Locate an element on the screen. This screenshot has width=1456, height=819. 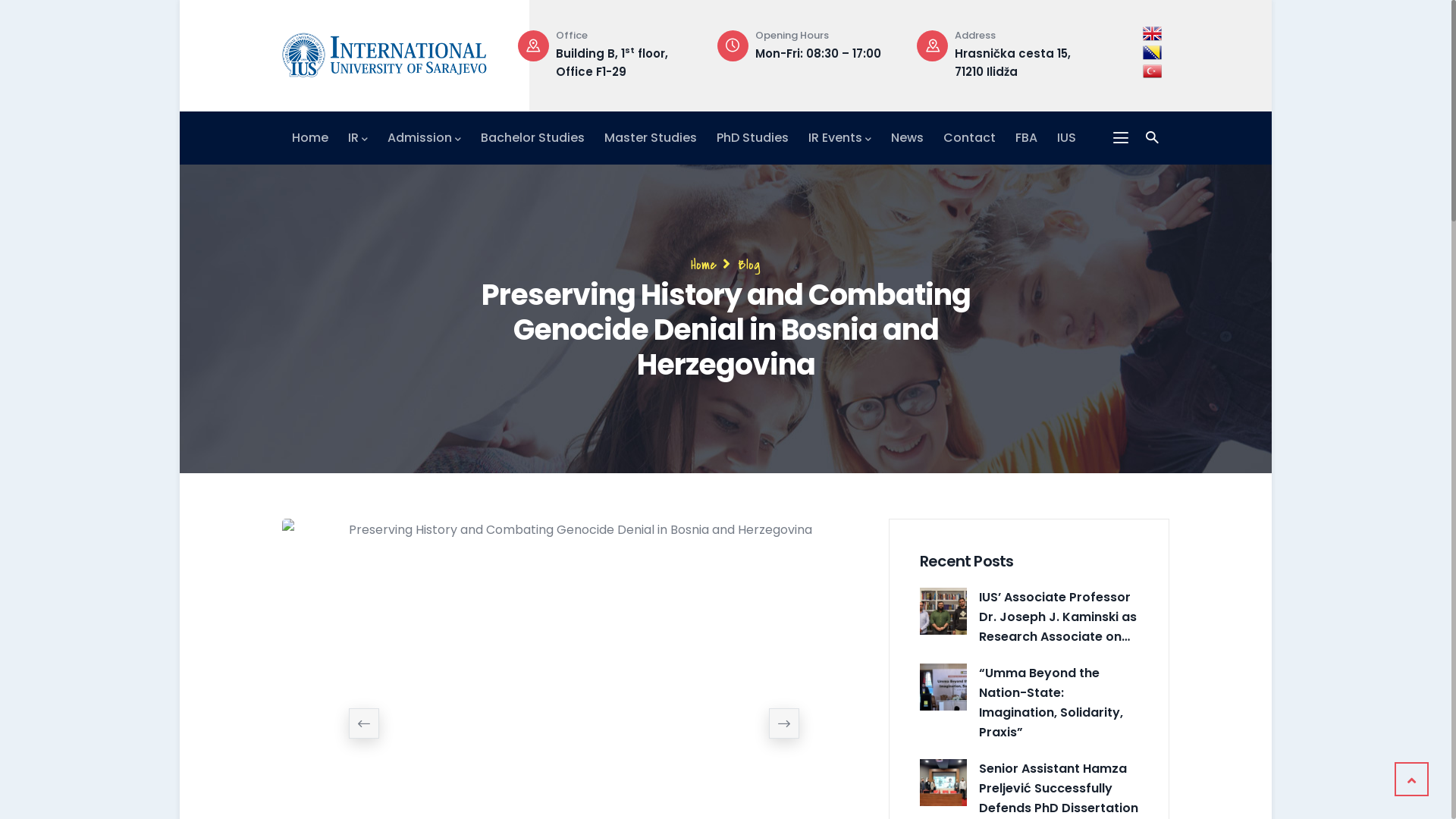
'Turkish' is located at coordinates (1152, 71).